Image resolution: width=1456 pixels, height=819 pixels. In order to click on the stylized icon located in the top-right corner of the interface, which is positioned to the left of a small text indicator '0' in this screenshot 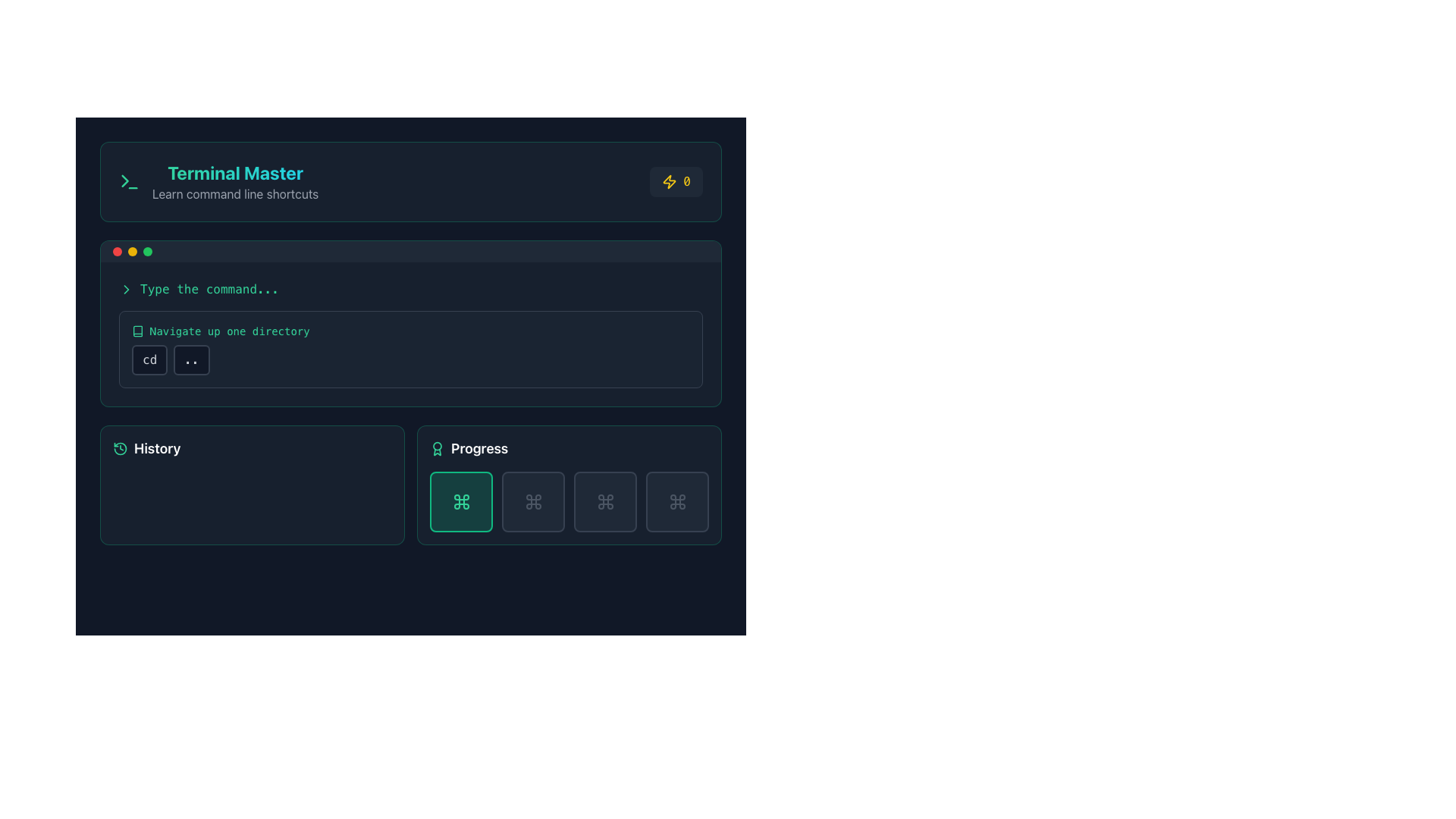, I will do `click(669, 180)`.